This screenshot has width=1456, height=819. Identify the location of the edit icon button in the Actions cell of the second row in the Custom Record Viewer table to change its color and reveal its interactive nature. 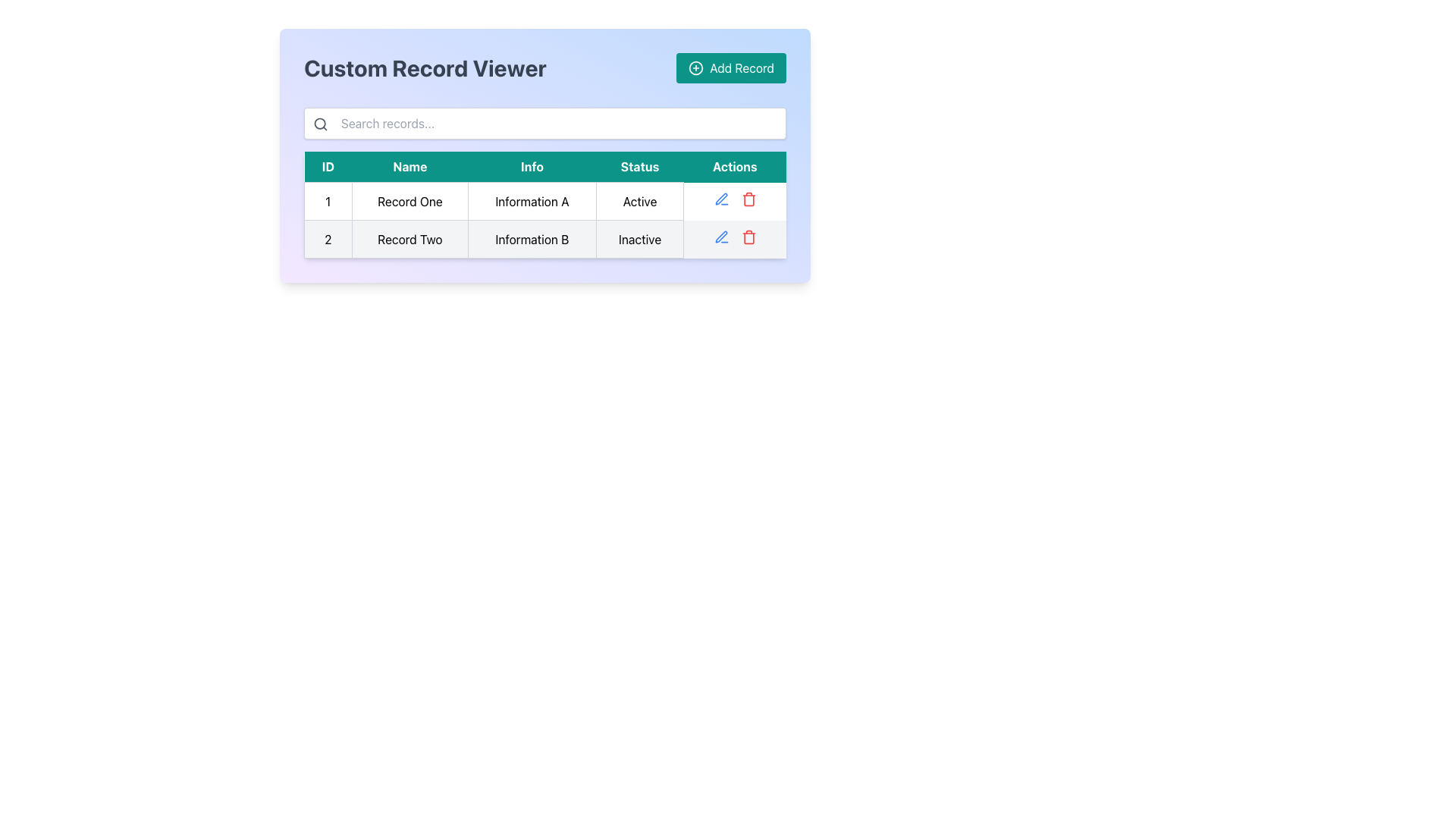
(720, 198).